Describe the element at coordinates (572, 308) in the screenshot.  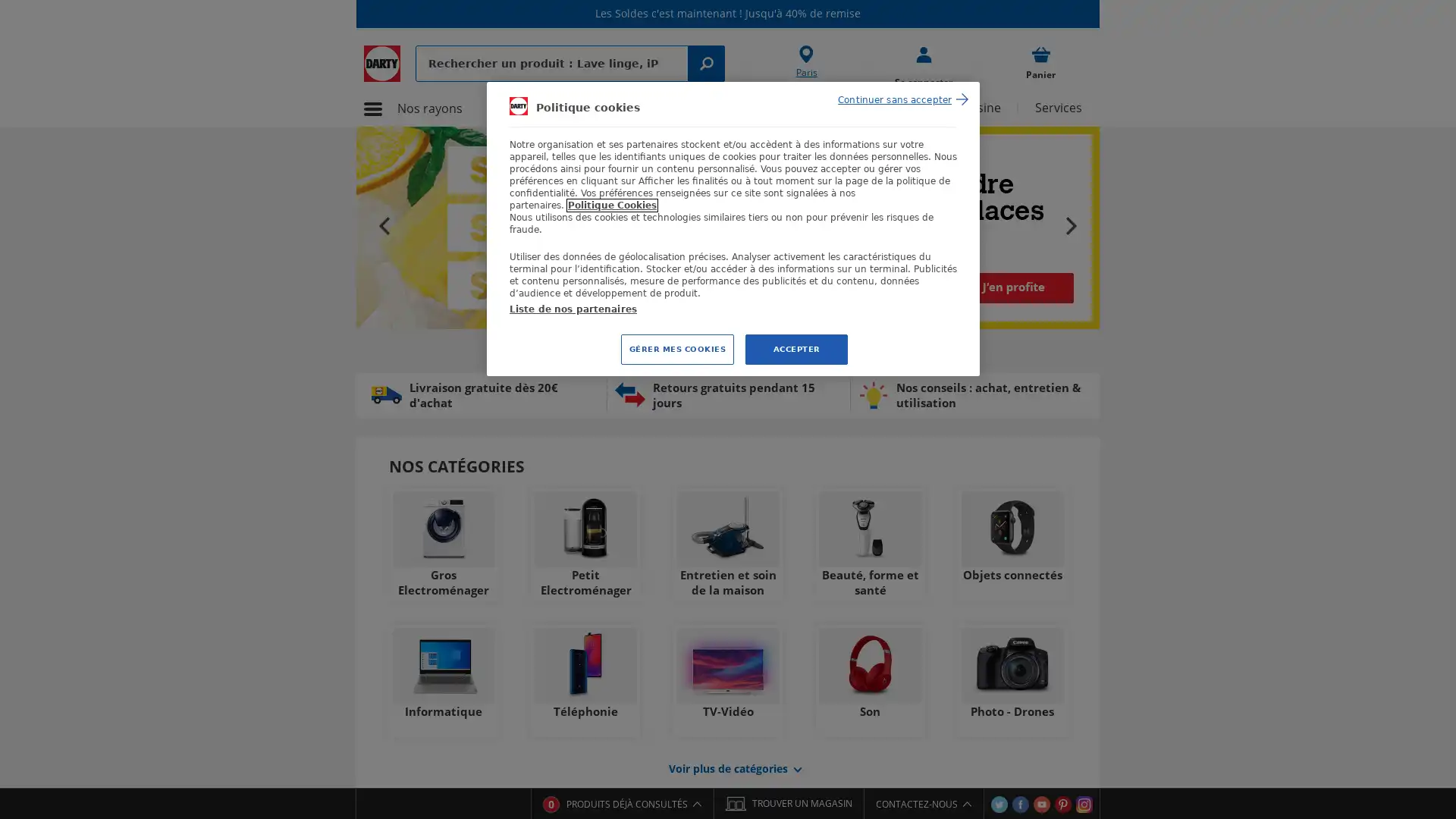
I see `Liste de nos partenaires` at that location.